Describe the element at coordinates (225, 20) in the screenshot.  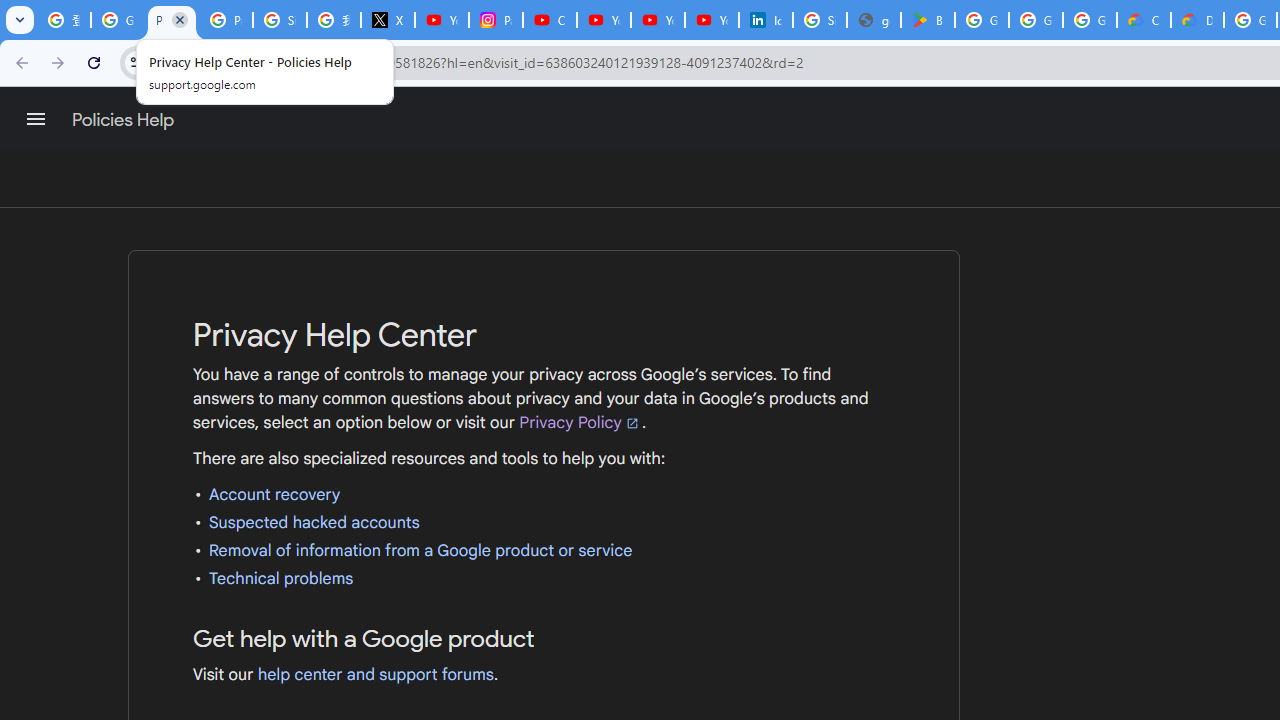
I see `'Privacy Help Center - Policies Help'` at that location.